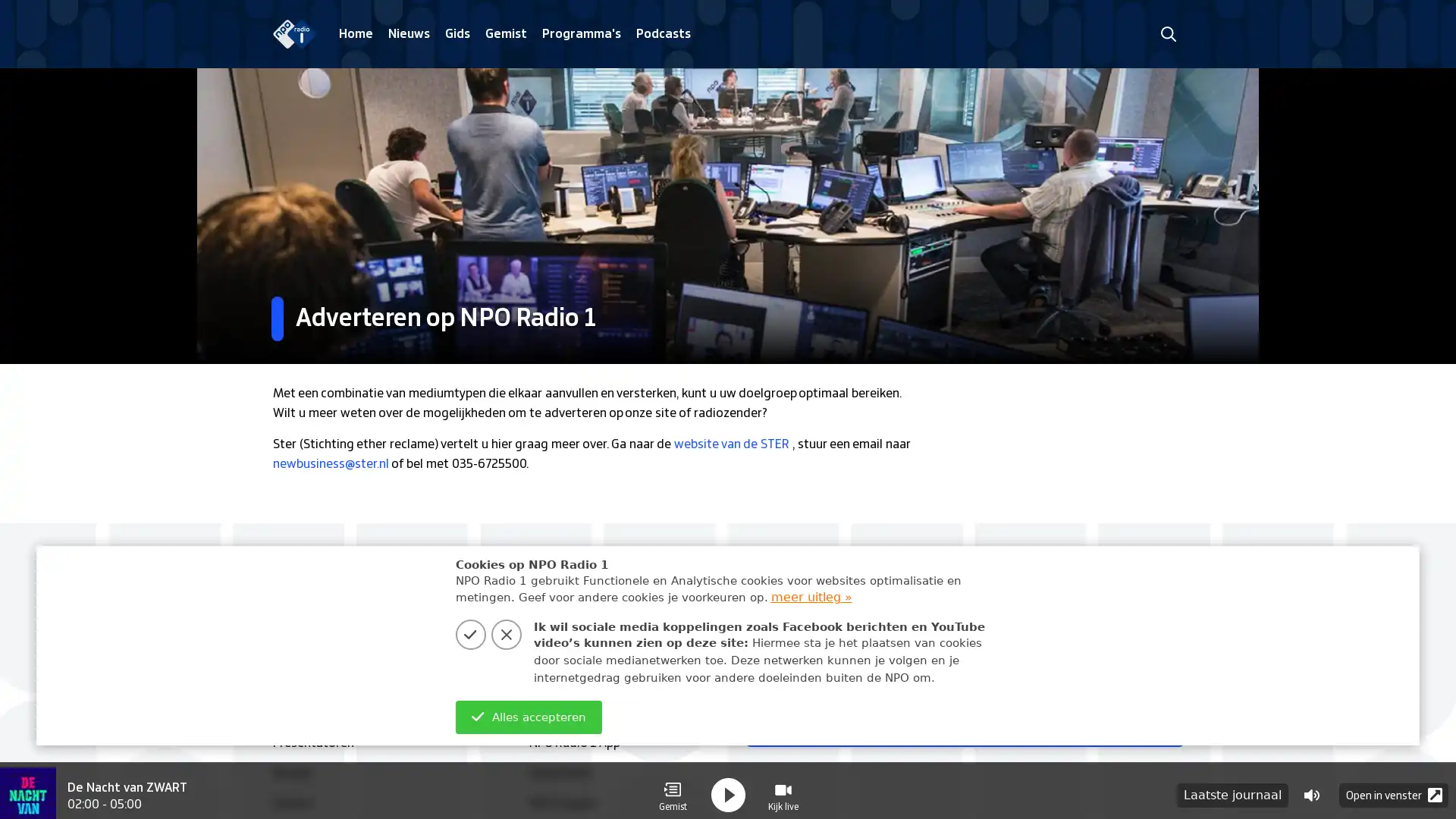  Describe the element at coordinates (1310, 786) in the screenshot. I see `Volume control` at that location.